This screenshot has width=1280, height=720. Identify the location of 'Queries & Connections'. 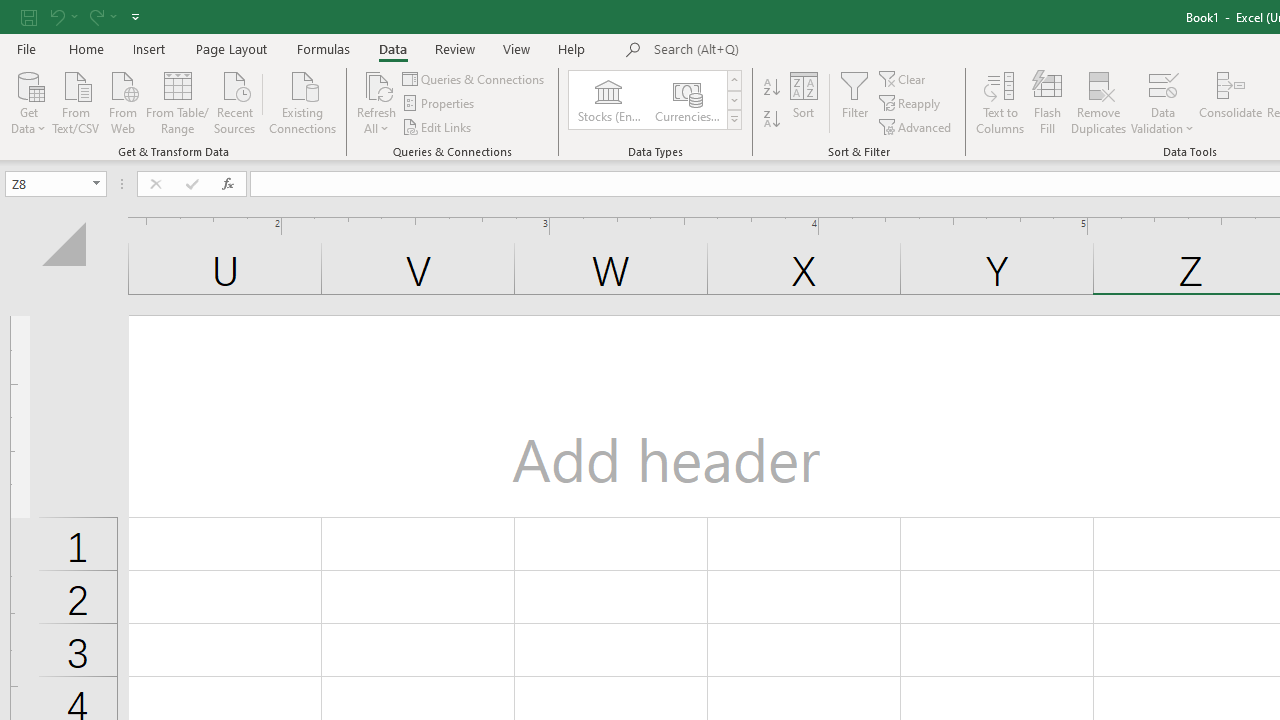
(473, 78).